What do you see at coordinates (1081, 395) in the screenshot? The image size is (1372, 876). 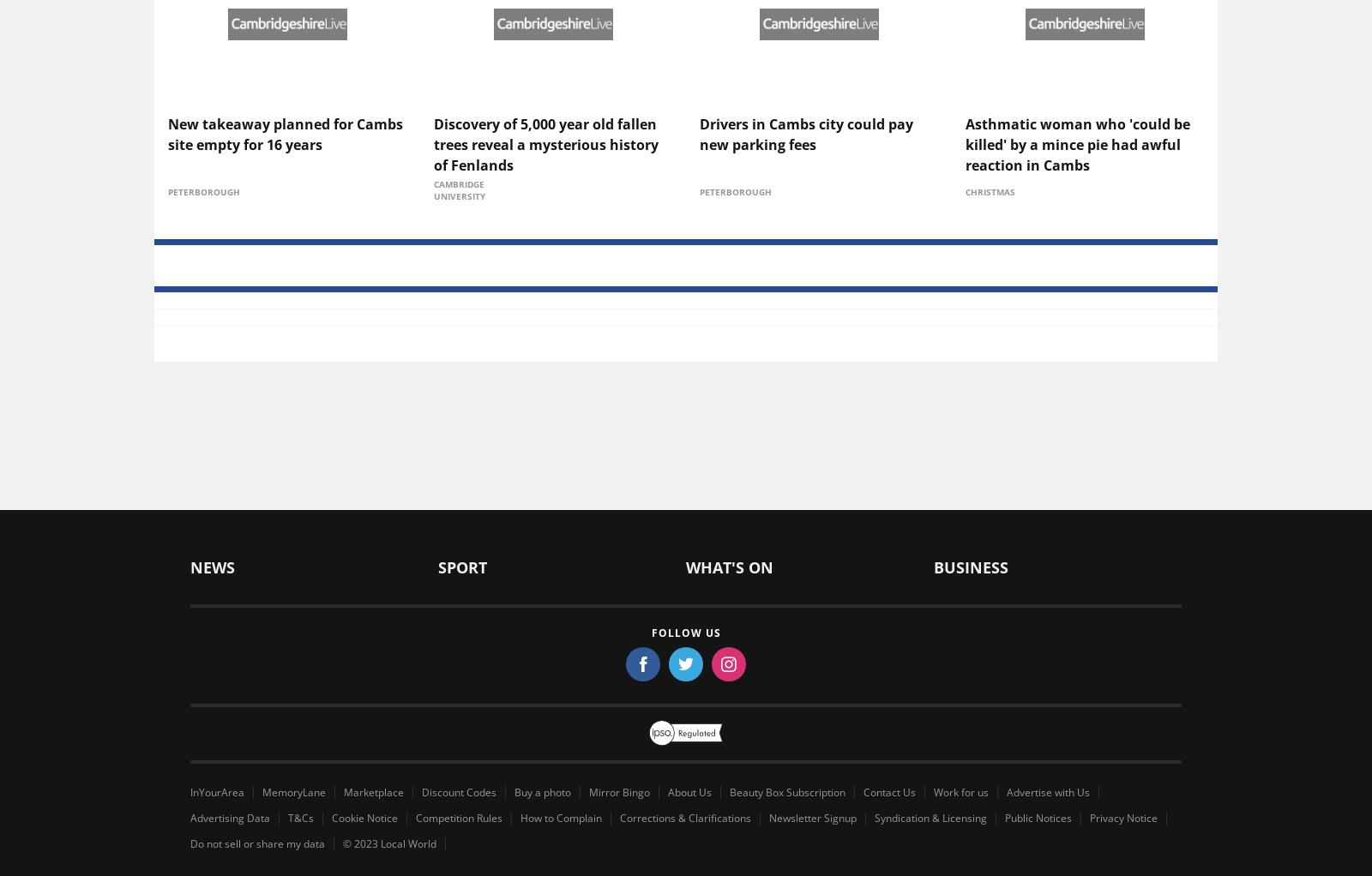 I see `'The quick Cambs walk that can end with a beer in a pub or a book in a library'` at bounding box center [1081, 395].